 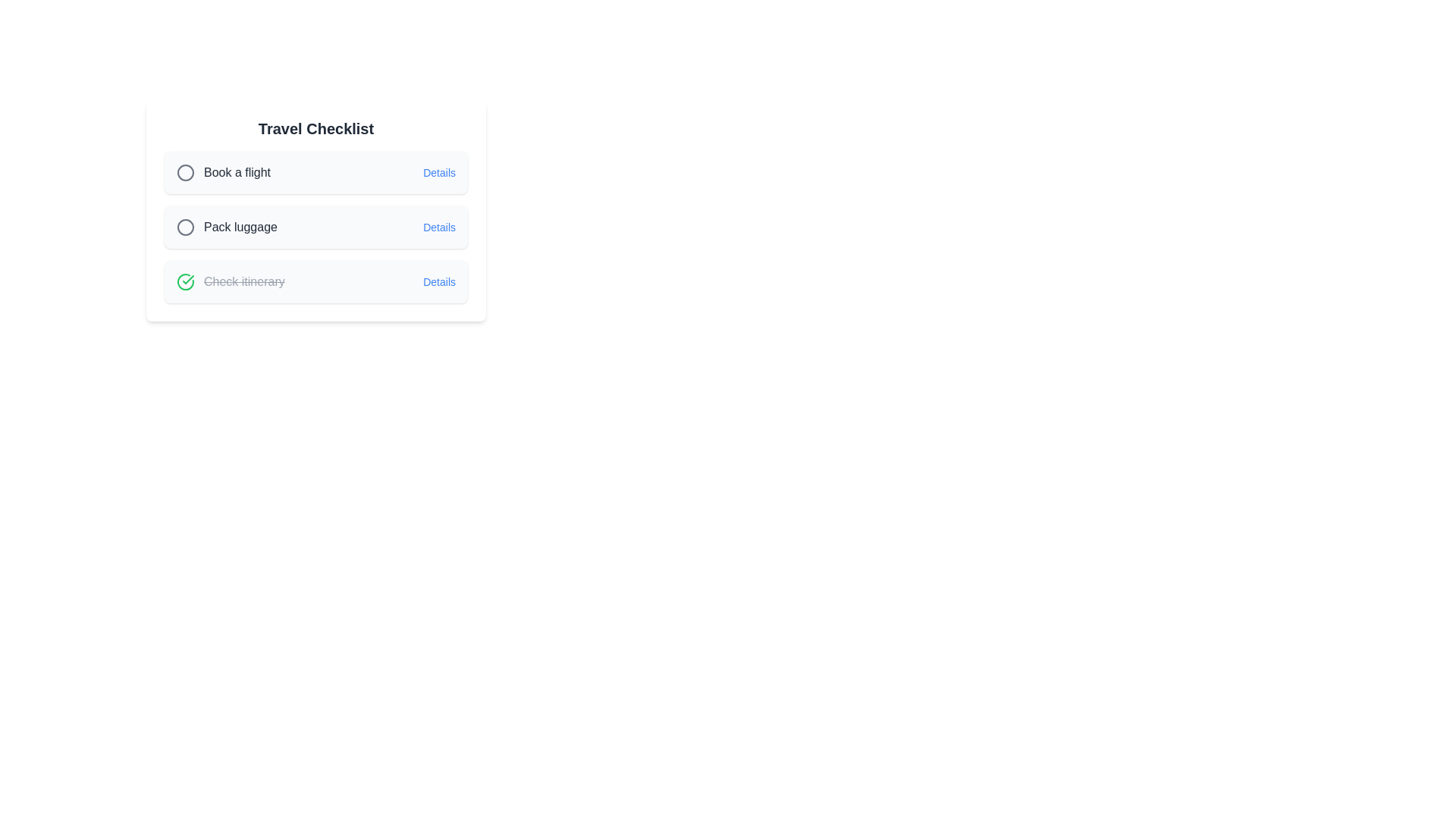 I want to click on the circle icon representing the pending task state in the checklist, located on the second row before the text 'Pack luggage', so click(x=184, y=227).